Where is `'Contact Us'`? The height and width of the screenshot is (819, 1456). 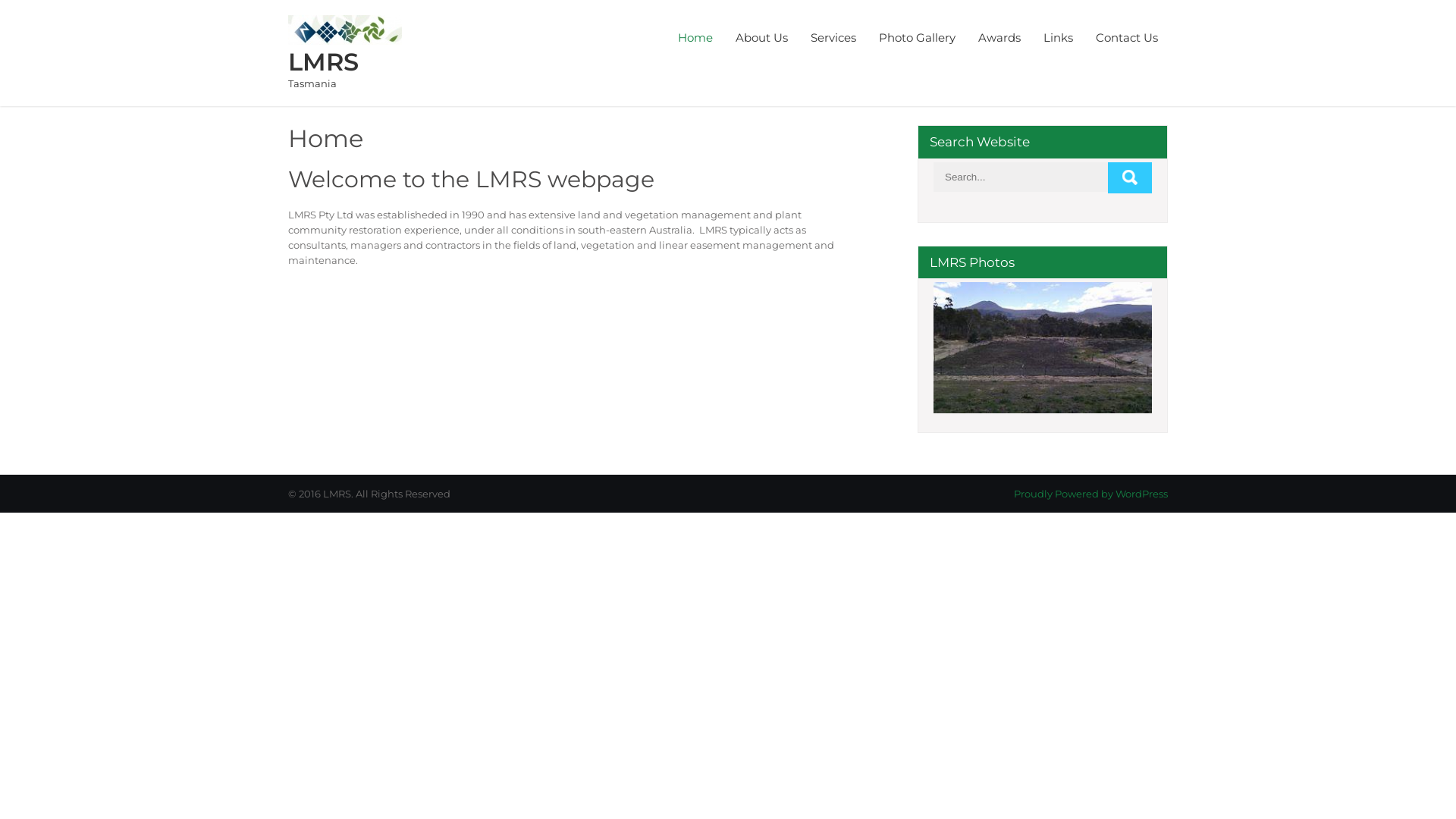
'Contact Us' is located at coordinates (1127, 37).